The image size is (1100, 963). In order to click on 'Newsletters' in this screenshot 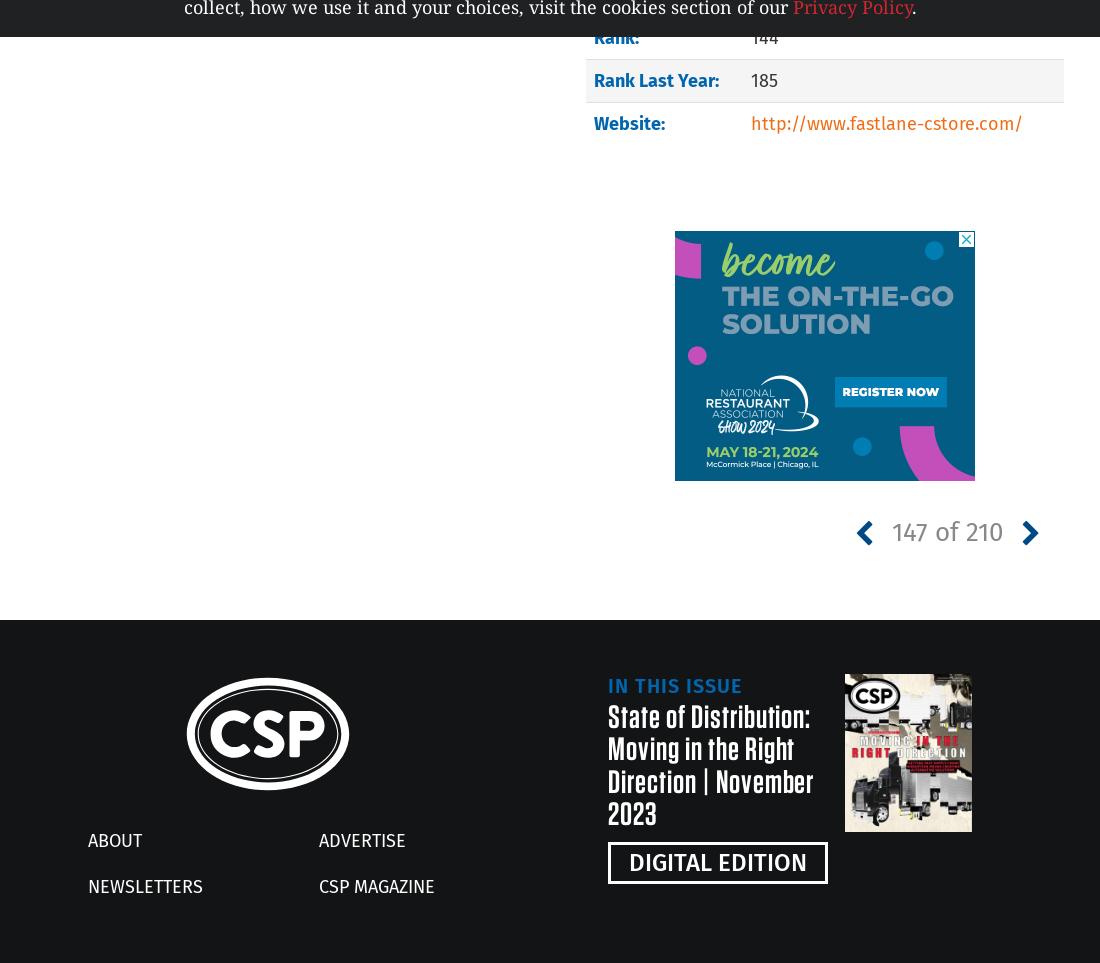, I will do `click(144, 886)`.